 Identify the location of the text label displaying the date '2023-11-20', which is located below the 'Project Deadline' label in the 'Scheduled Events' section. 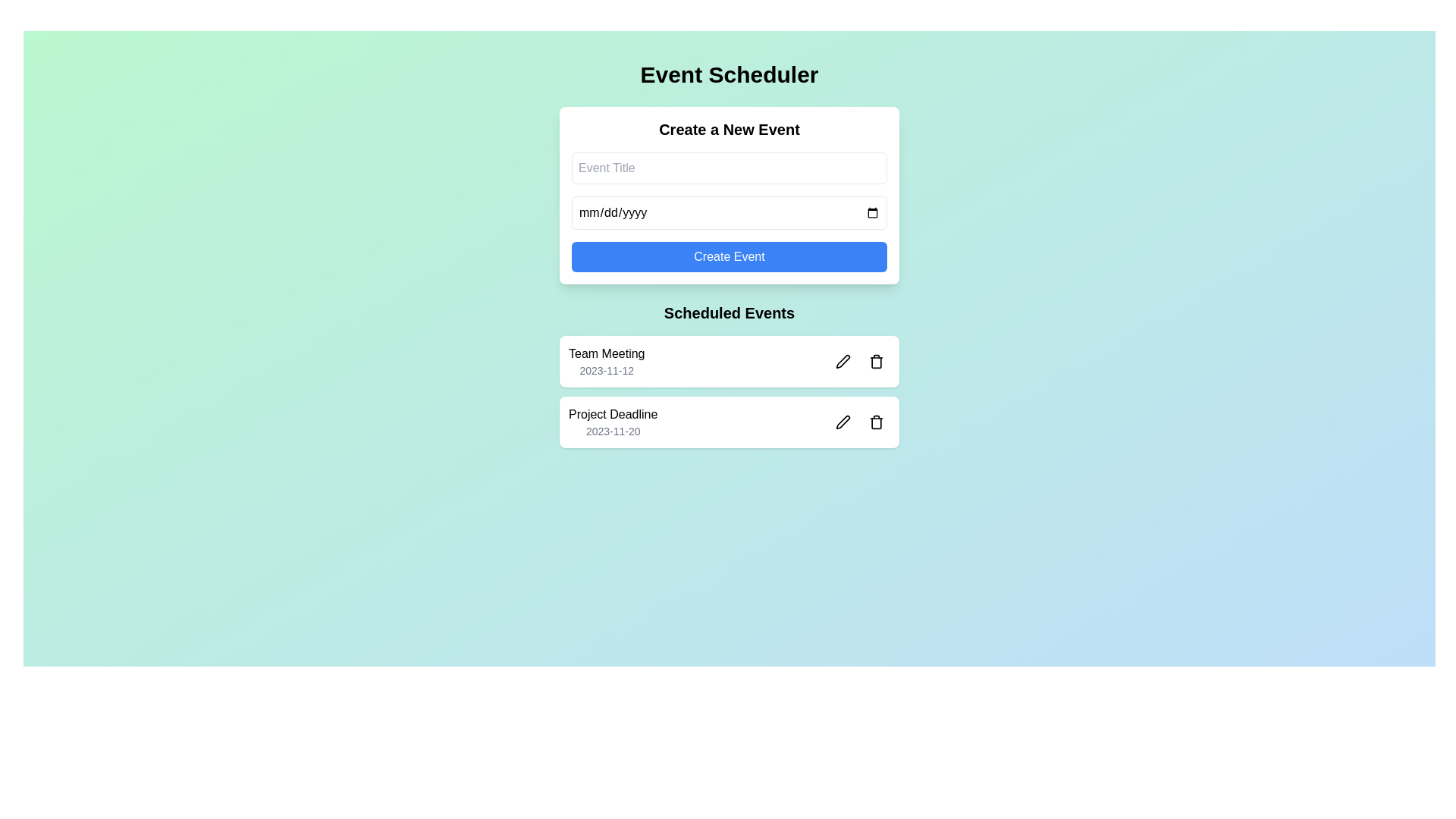
(613, 431).